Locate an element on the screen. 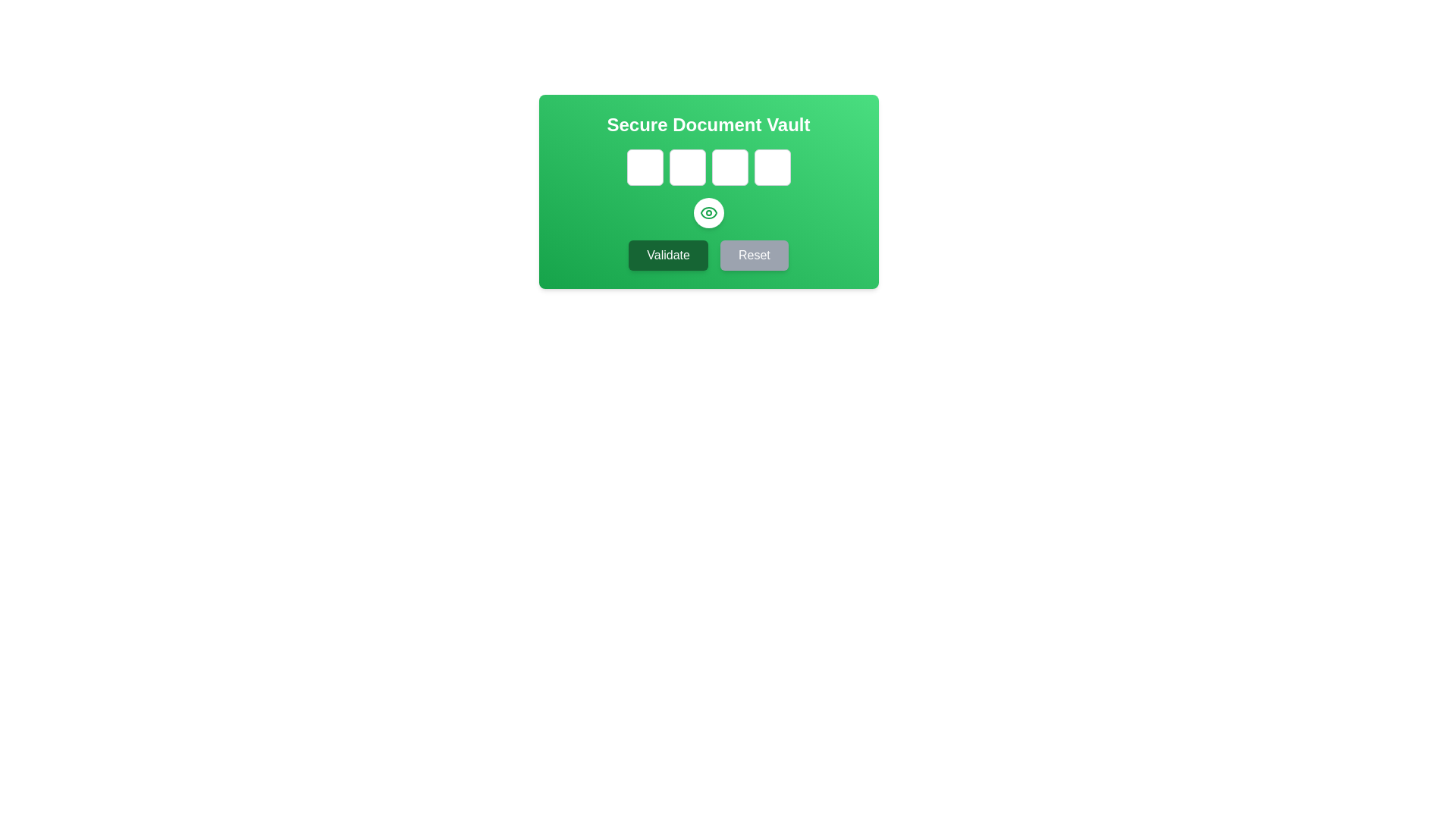 The image size is (1456, 819). the eye-icon within the circular button is located at coordinates (708, 213).